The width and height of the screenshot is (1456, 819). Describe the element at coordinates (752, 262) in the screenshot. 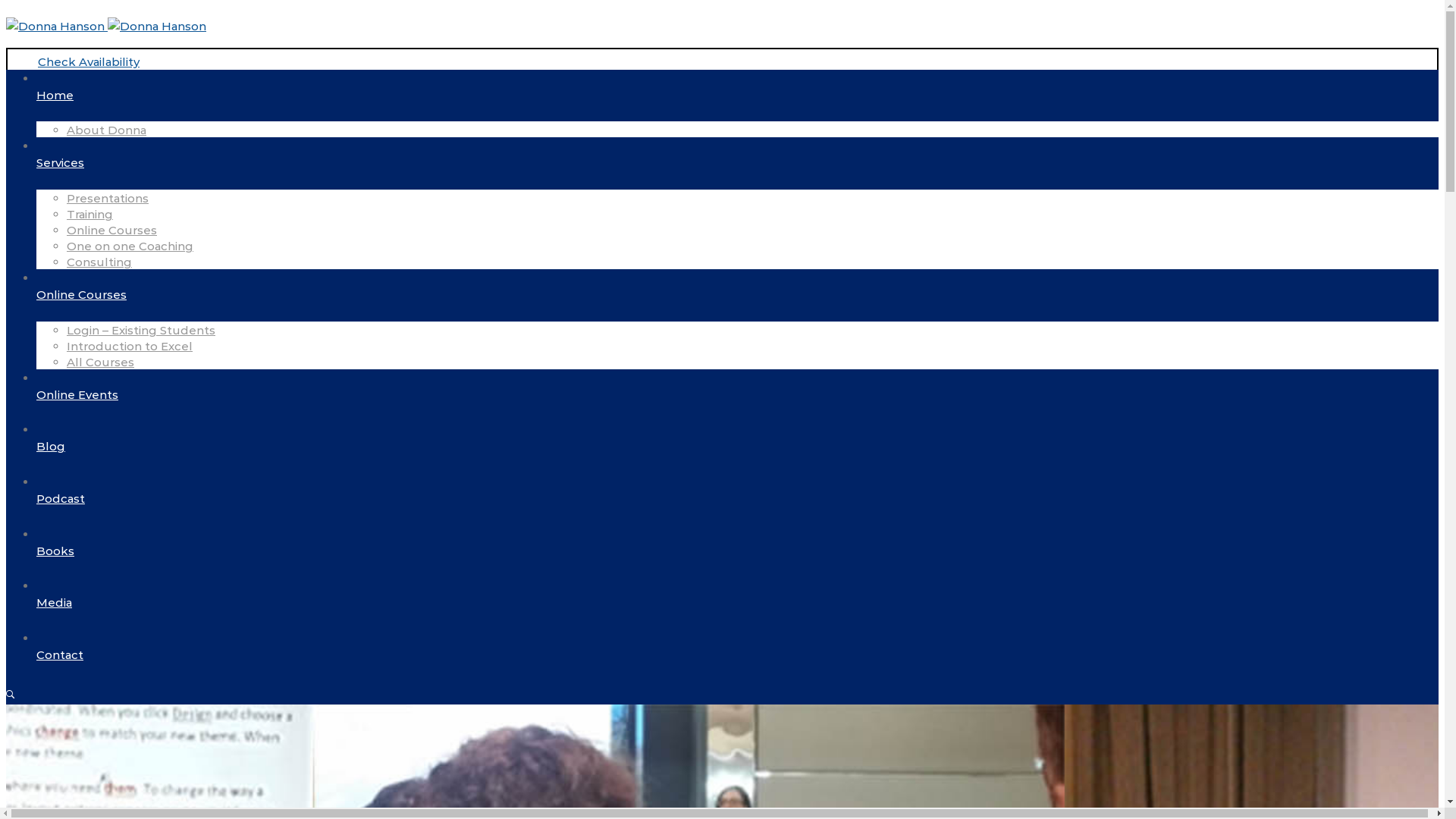

I see `'Consulting'` at that location.